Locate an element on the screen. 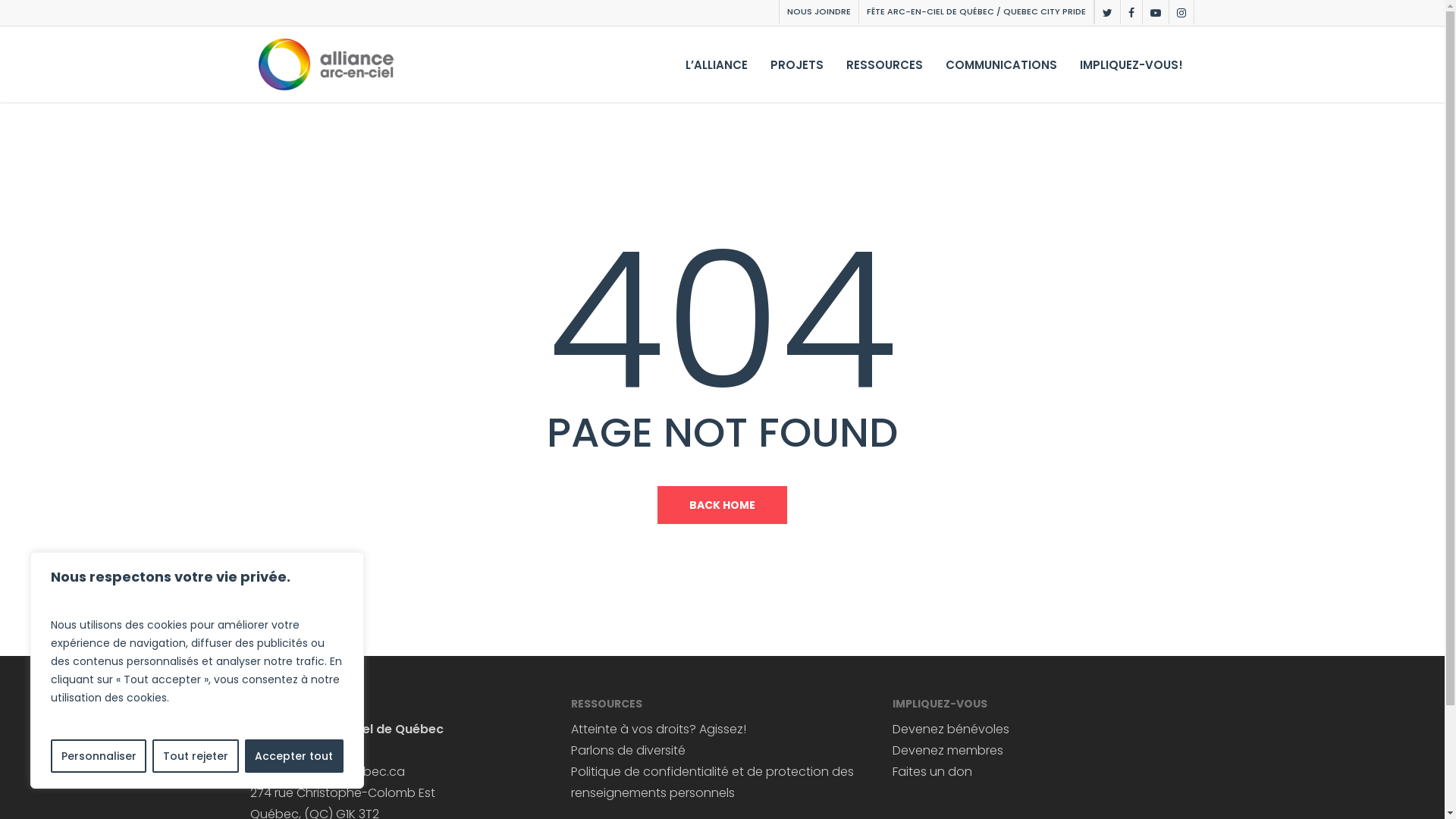 The width and height of the screenshot is (1456, 819). 'PROJETS' is located at coordinates (796, 64).